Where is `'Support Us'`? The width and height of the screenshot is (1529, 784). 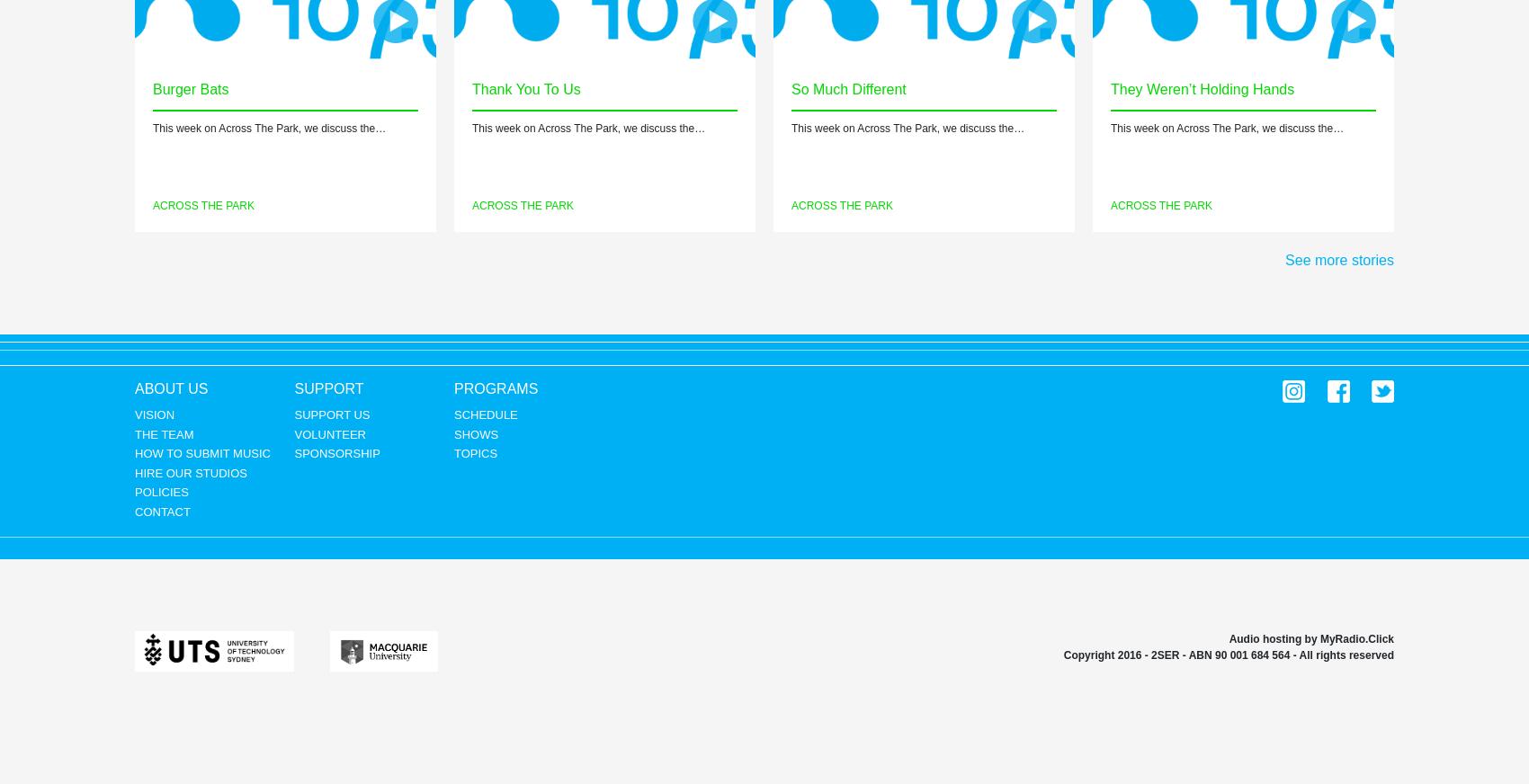 'Support Us' is located at coordinates (331, 414).